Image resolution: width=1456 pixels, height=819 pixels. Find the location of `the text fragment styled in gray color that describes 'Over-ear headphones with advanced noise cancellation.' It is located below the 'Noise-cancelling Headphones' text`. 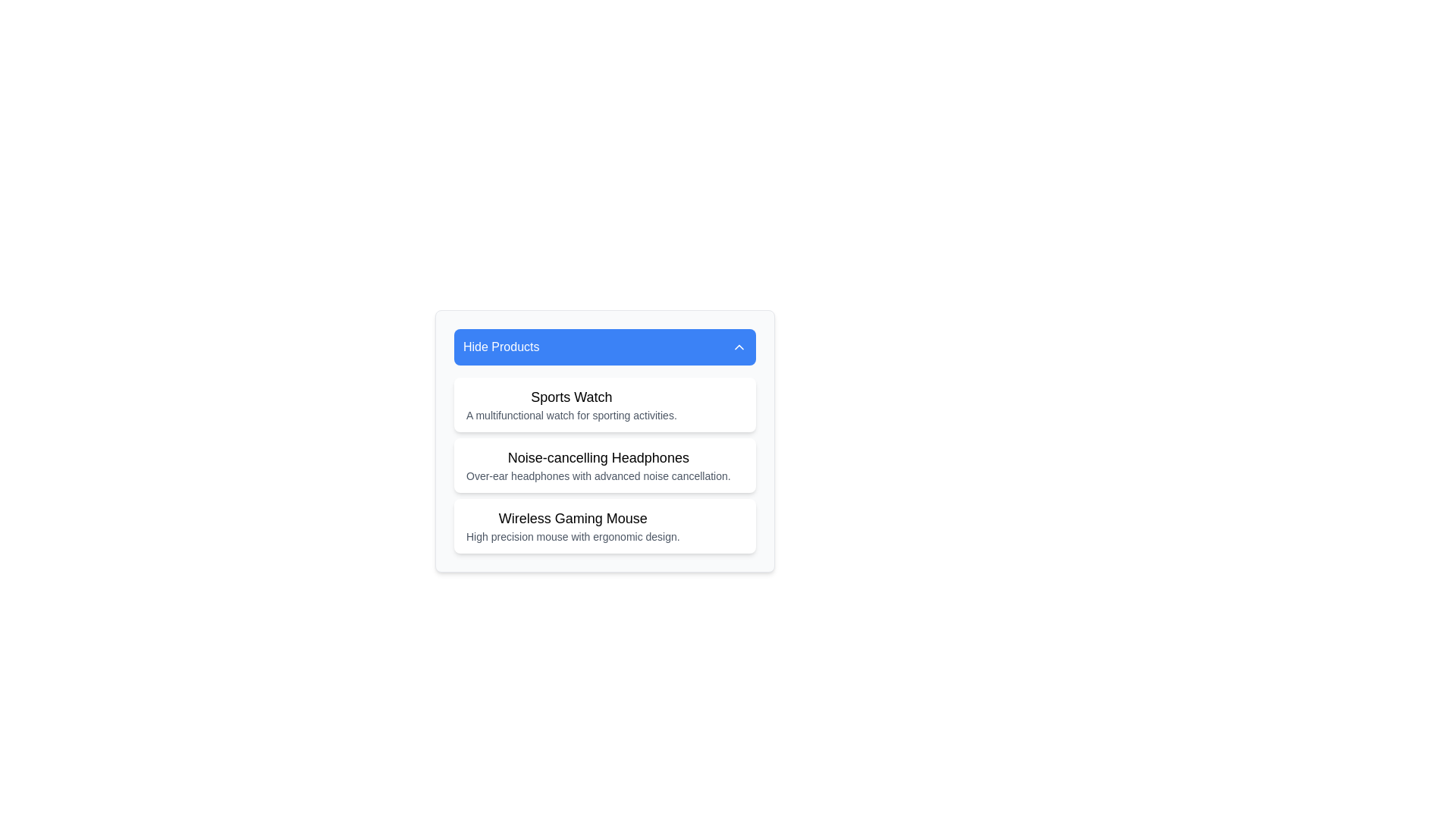

the text fragment styled in gray color that describes 'Over-ear headphones with advanced noise cancellation.' It is located below the 'Noise-cancelling Headphones' text is located at coordinates (598, 475).